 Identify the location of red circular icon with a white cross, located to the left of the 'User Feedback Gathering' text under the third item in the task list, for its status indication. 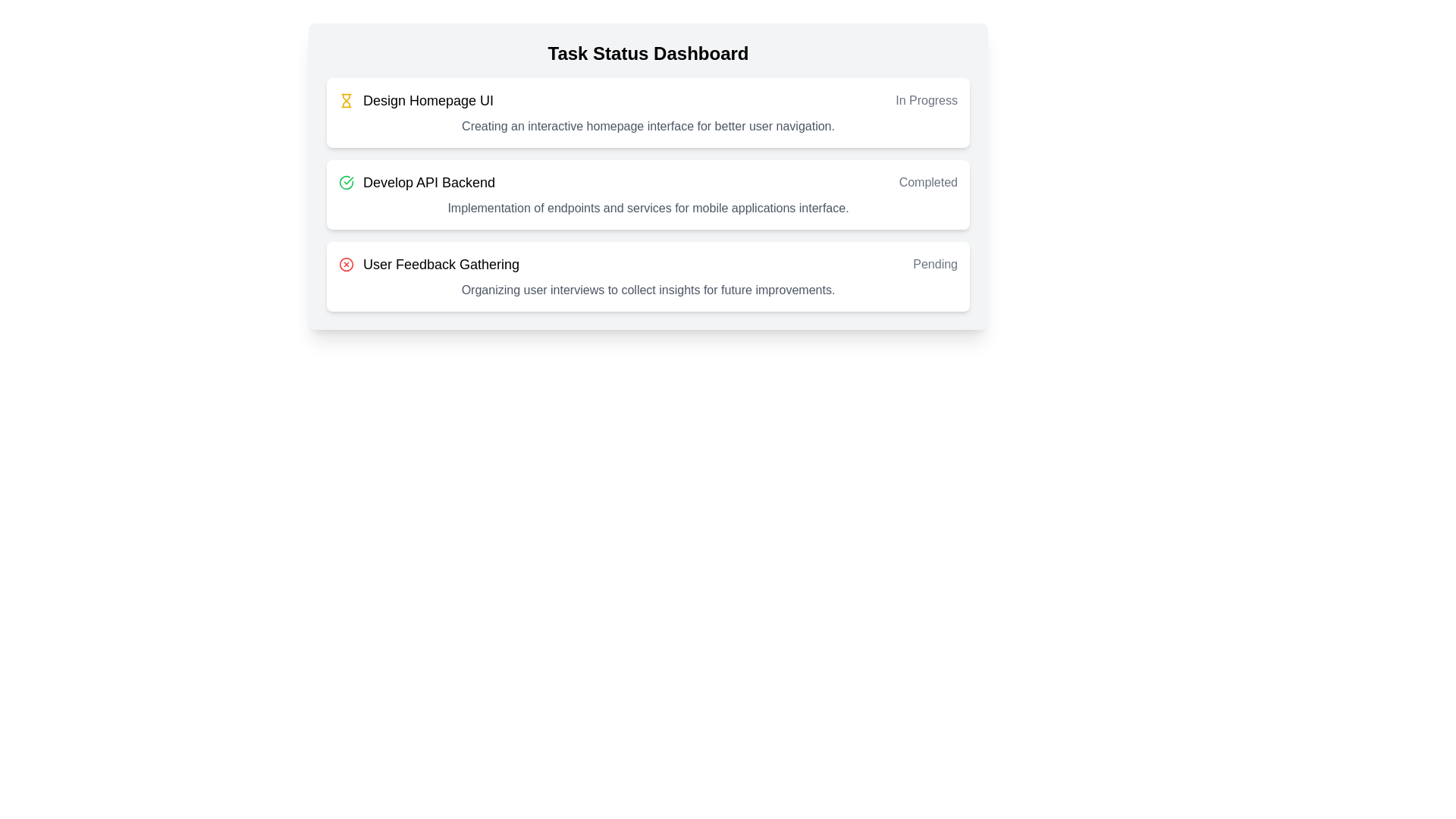
(345, 263).